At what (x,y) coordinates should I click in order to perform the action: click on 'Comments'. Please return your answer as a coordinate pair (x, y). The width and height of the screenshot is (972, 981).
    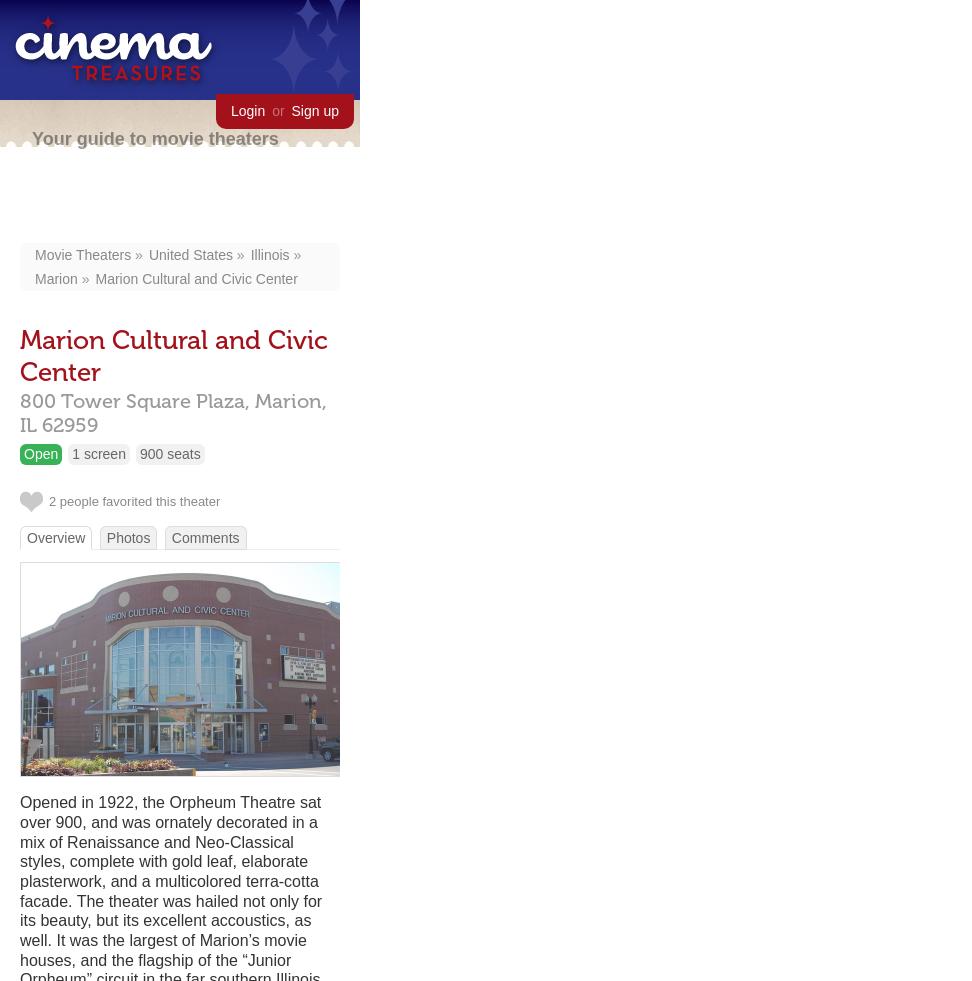
    Looking at the image, I should click on (203, 536).